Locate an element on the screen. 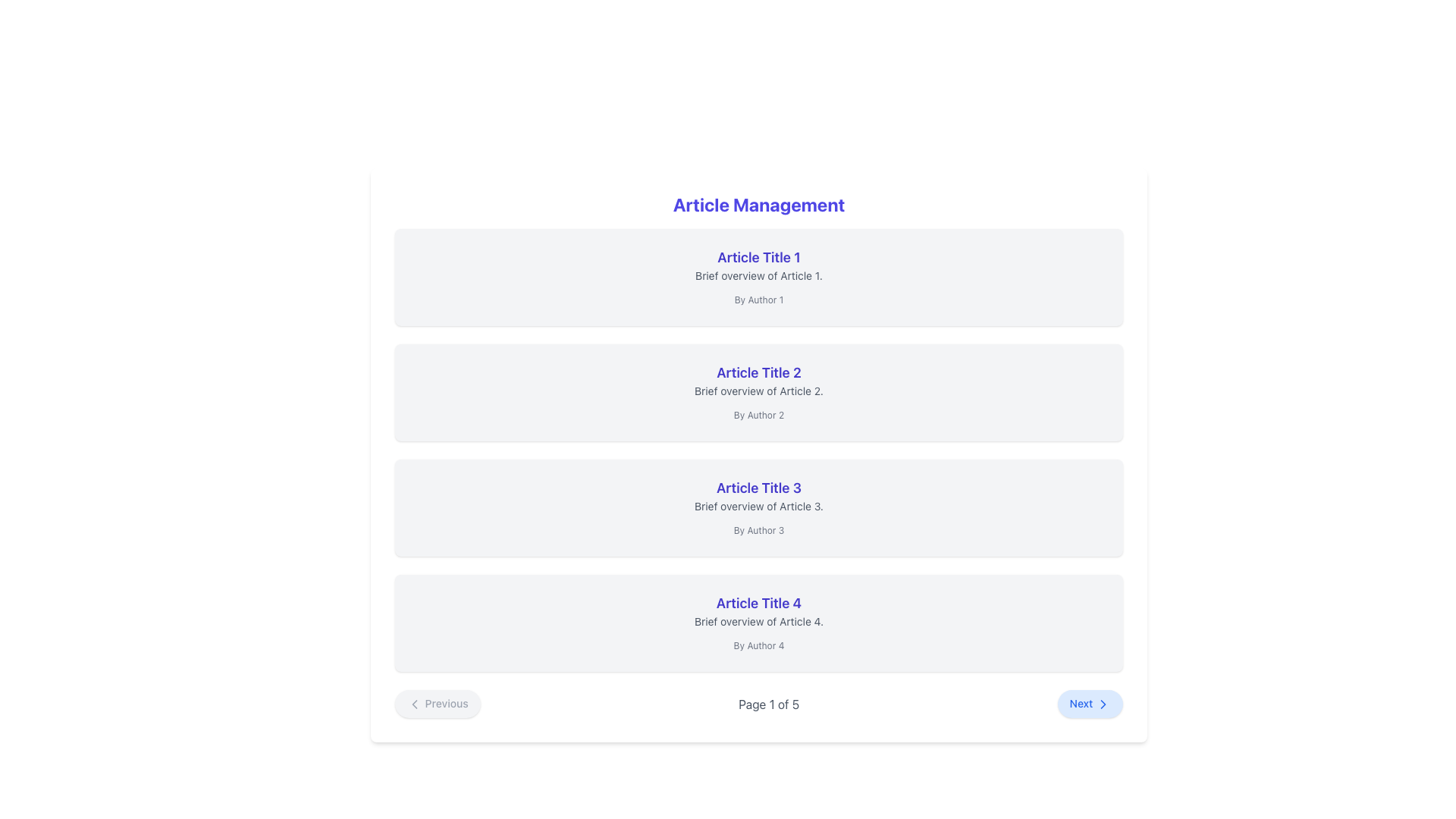 Image resolution: width=1456 pixels, height=819 pixels. the leftmost button in the footer navigation section that navigates to the previous page is located at coordinates (437, 704).